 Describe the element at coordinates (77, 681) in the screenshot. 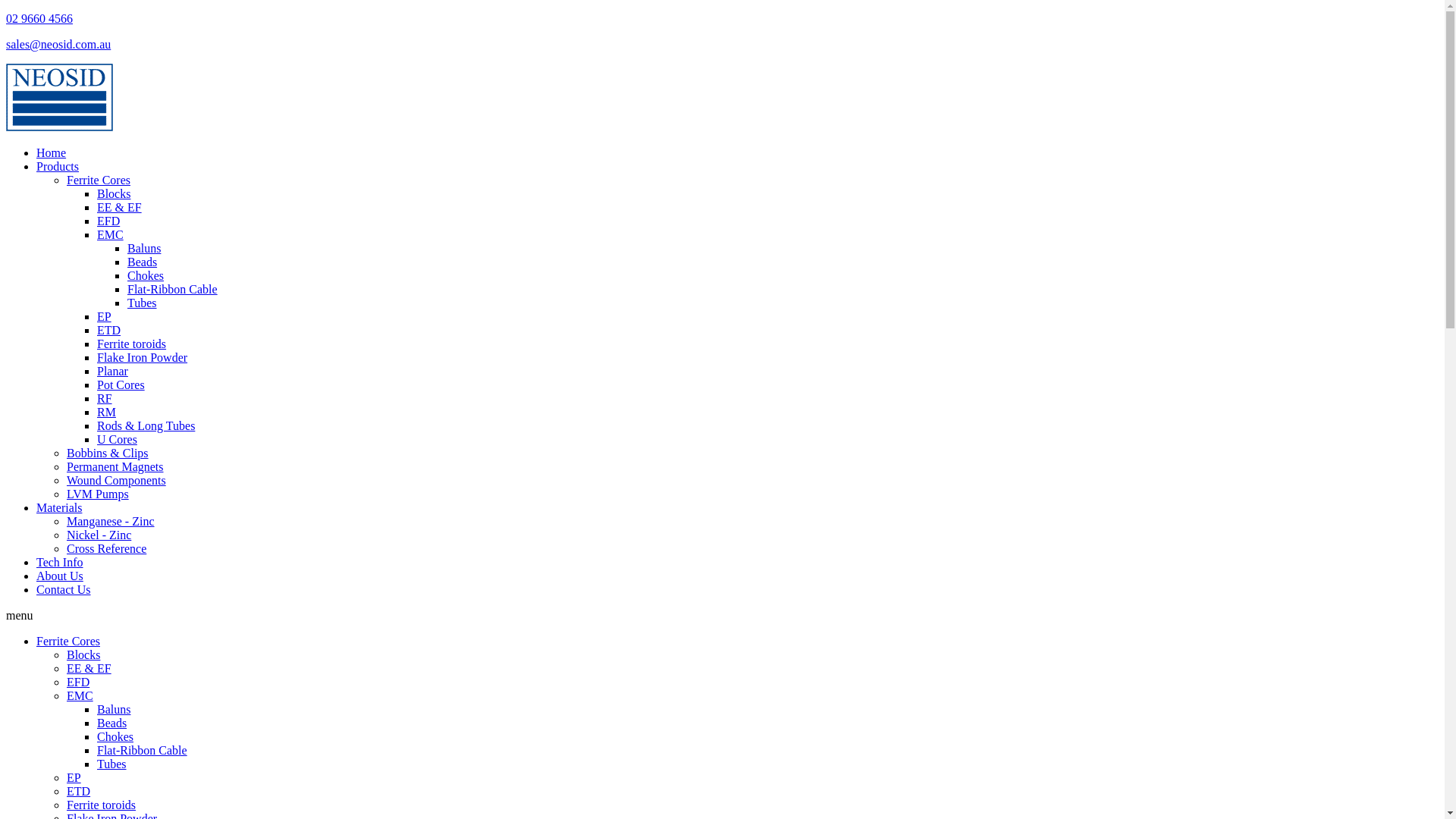

I see `'EFD'` at that location.